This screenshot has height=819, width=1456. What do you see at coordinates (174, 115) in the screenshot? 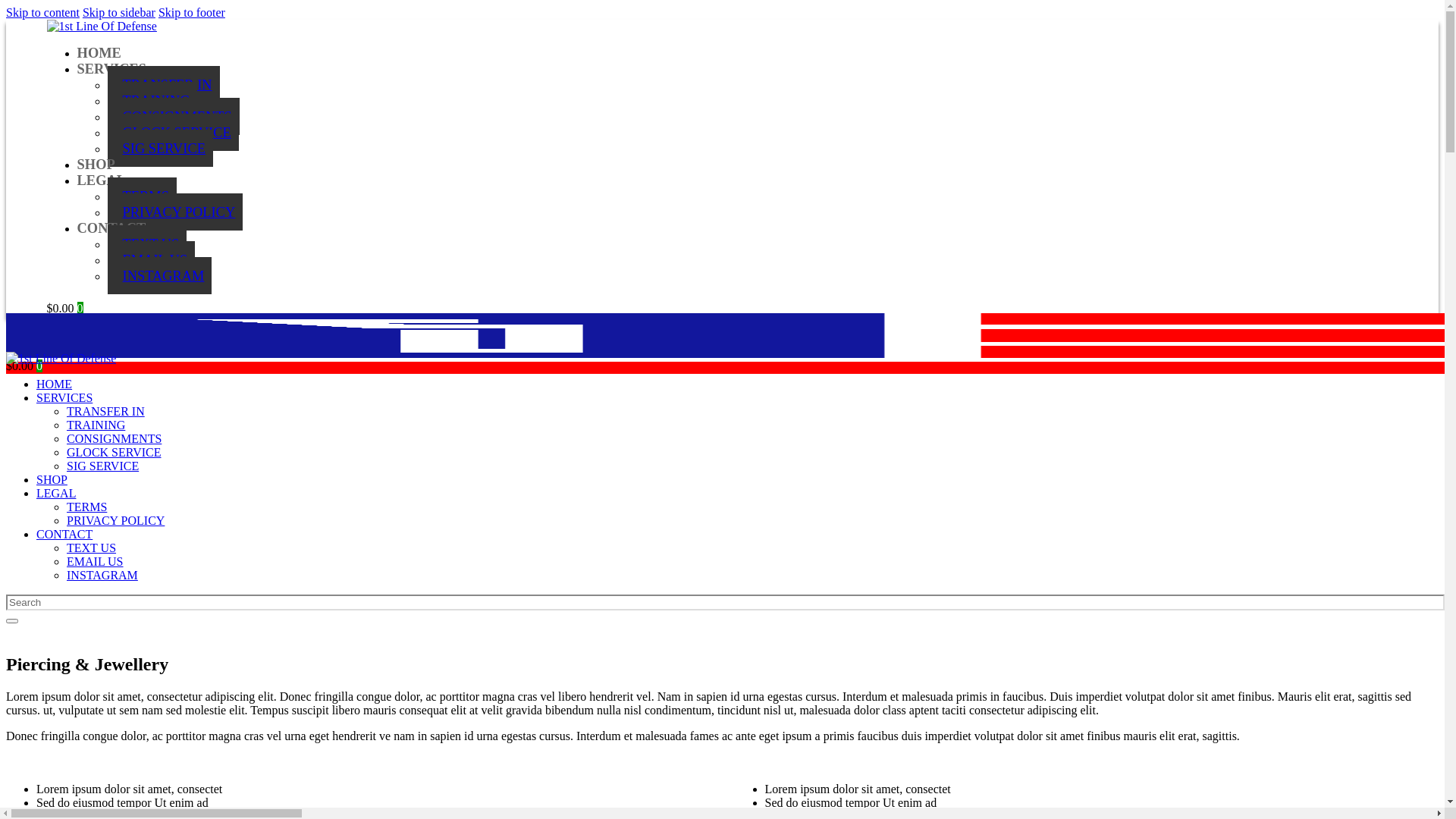
I see `'CONSIGNMENTS'` at bounding box center [174, 115].